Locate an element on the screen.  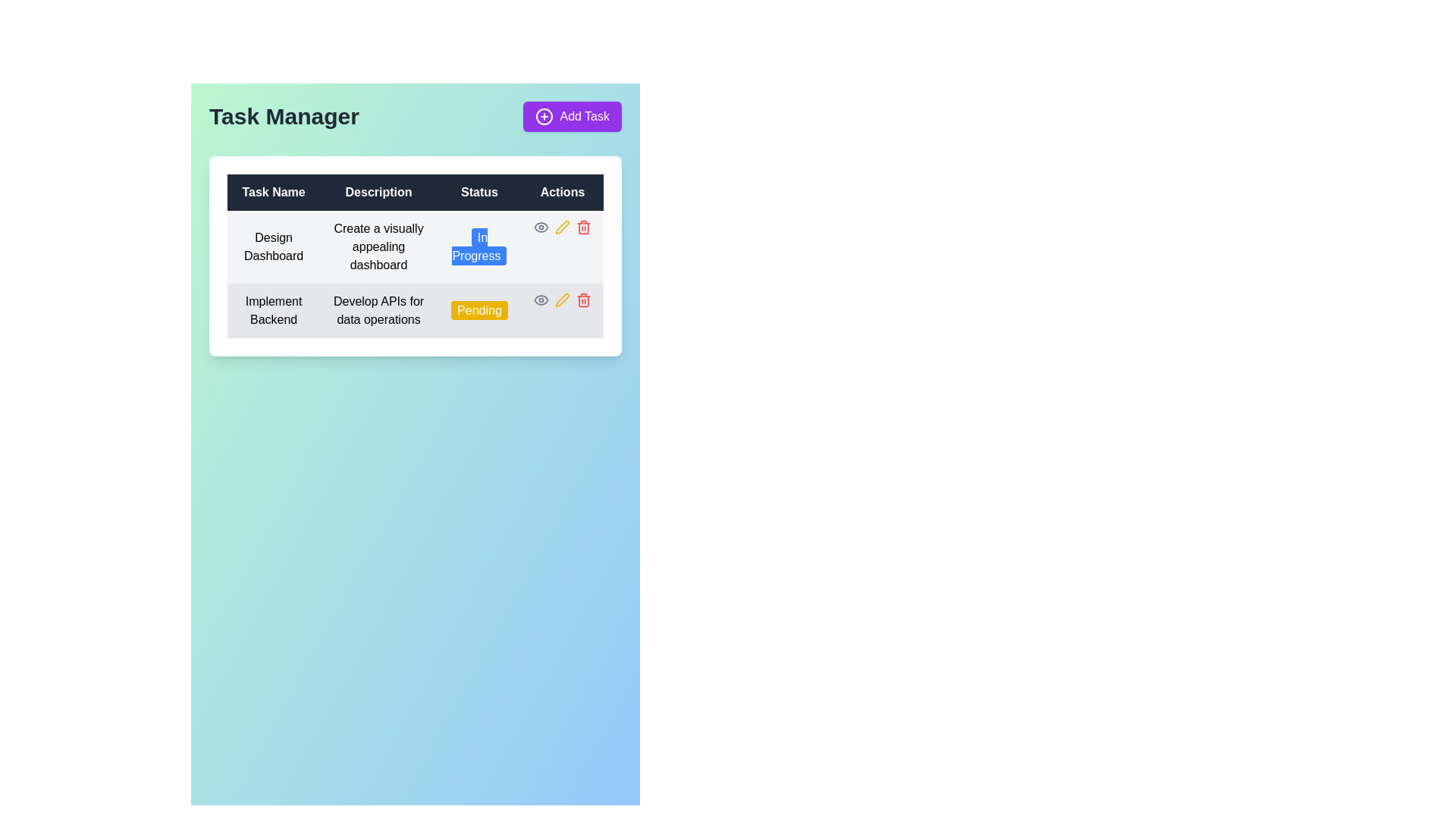
the 'Task Name' label, which is a white text label against a dark background, styled with padding and located in the upper-left section of the table header is located at coordinates (274, 192).